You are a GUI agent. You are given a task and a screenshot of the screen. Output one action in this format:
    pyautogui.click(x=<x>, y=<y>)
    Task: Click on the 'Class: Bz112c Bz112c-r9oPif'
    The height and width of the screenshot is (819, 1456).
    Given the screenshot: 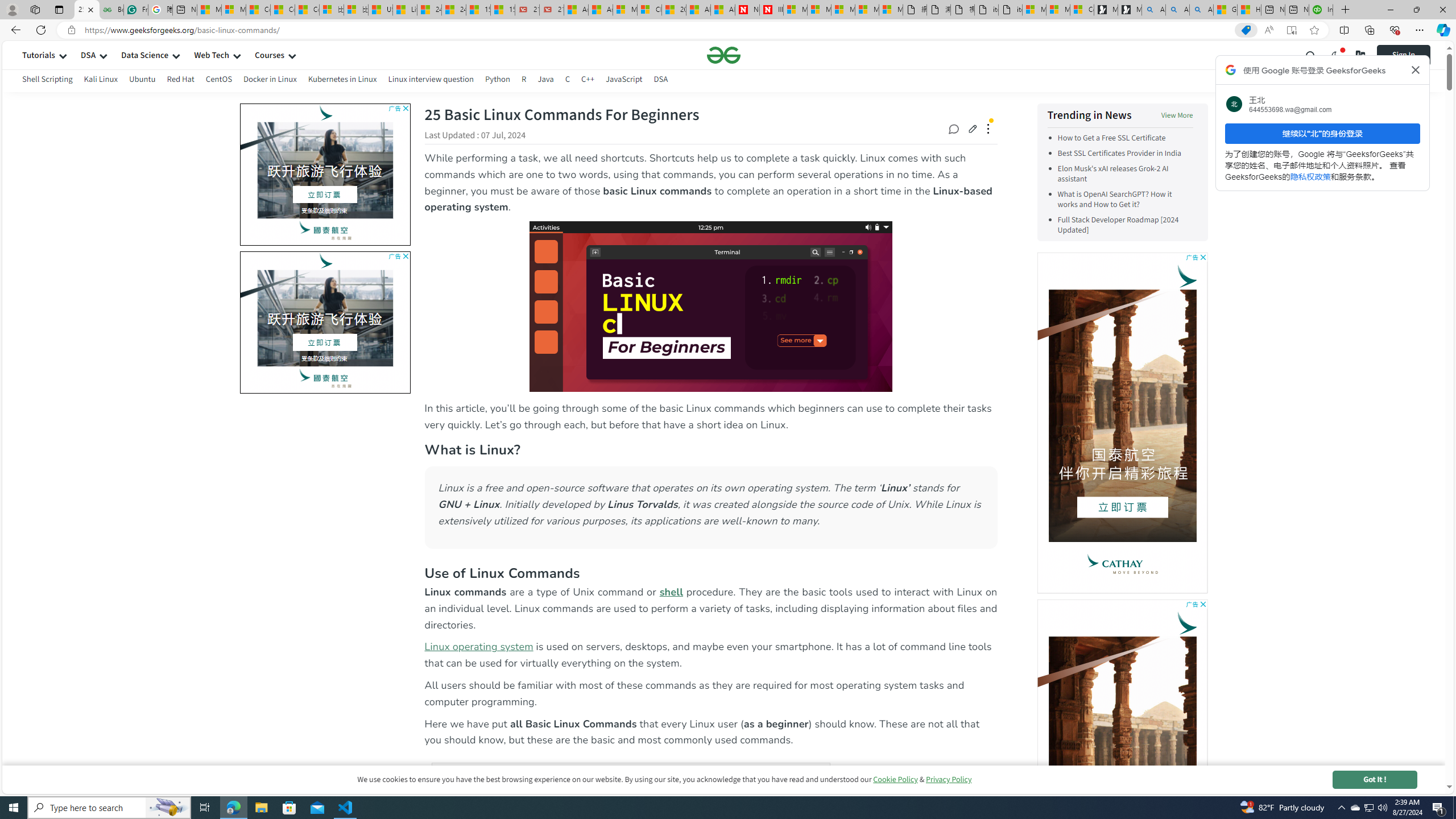 What is the action you would take?
    pyautogui.click(x=1415, y=69)
    